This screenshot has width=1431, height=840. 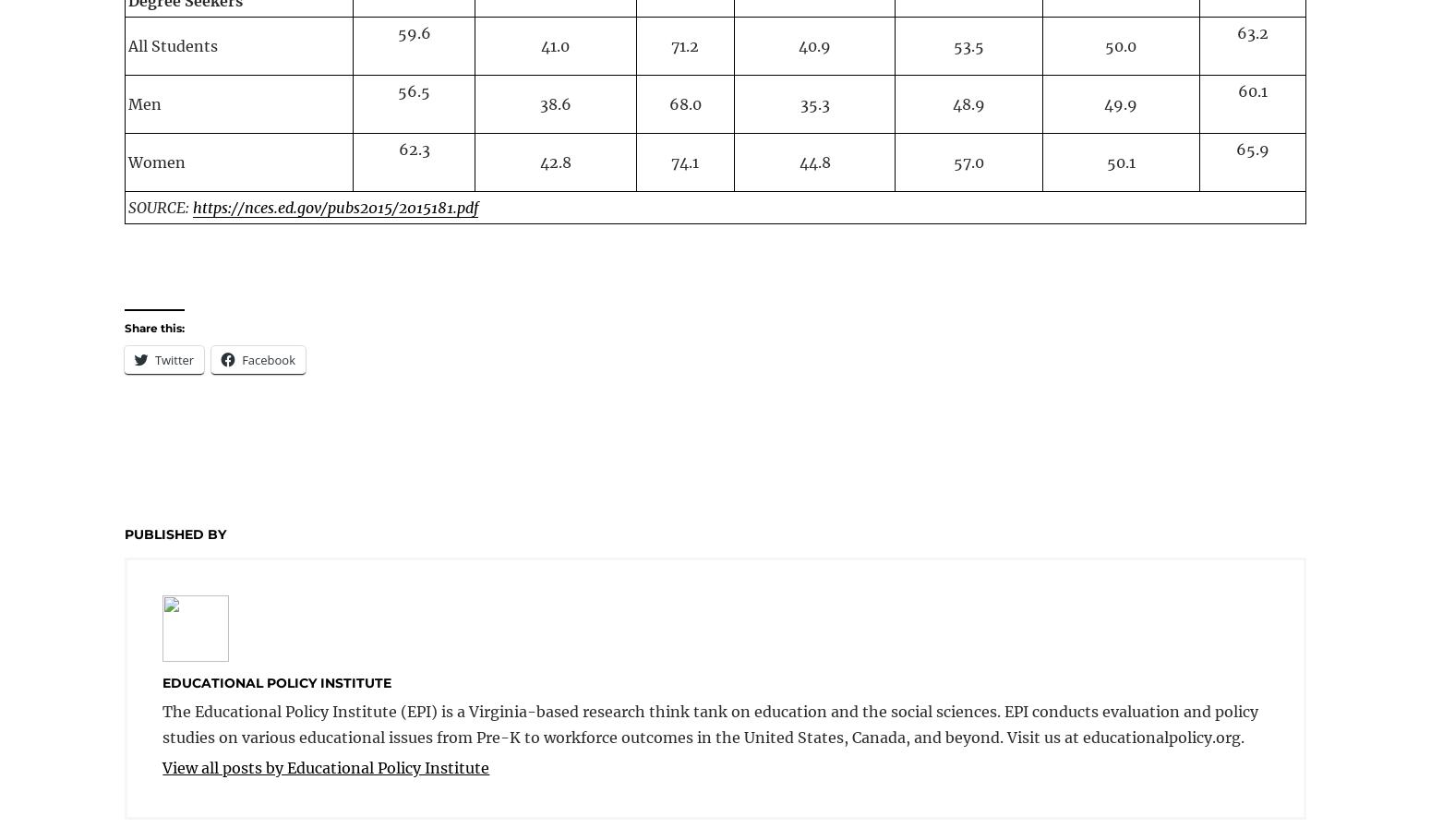 What do you see at coordinates (156, 161) in the screenshot?
I see `'Women'` at bounding box center [156, 161].